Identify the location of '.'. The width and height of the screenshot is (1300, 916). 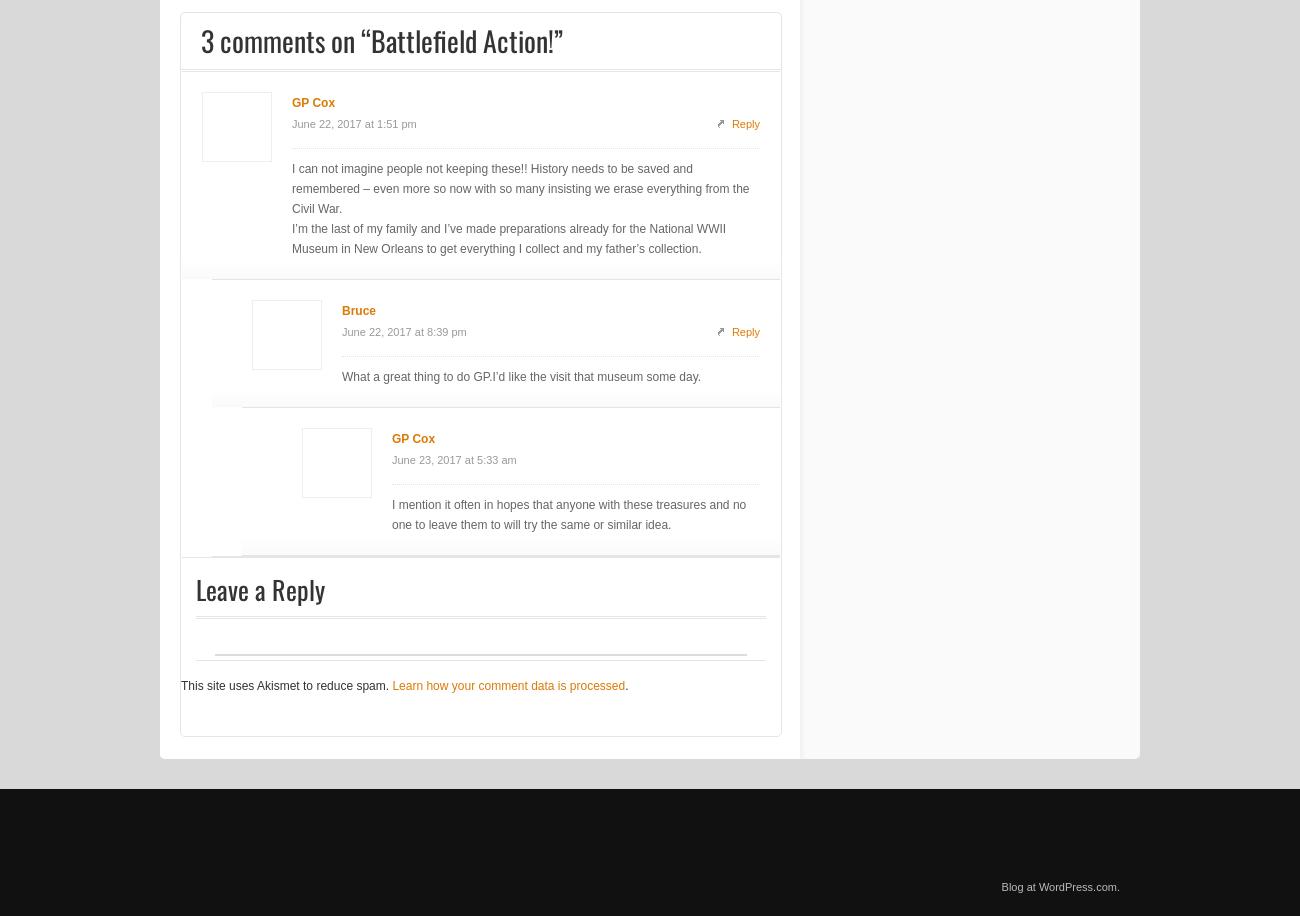
(626, 849).